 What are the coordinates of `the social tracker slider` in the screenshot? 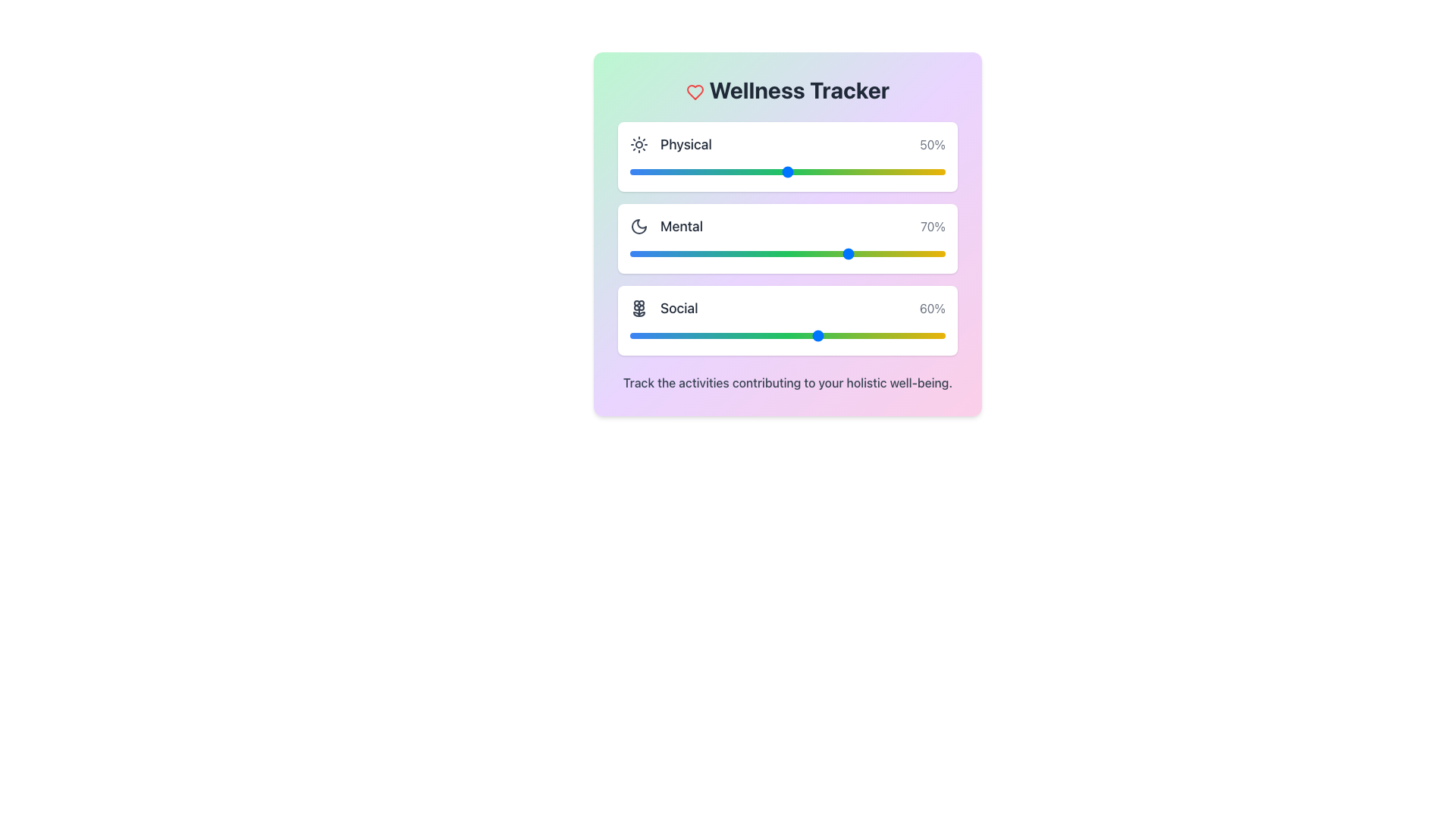 It's located at (686, 335).